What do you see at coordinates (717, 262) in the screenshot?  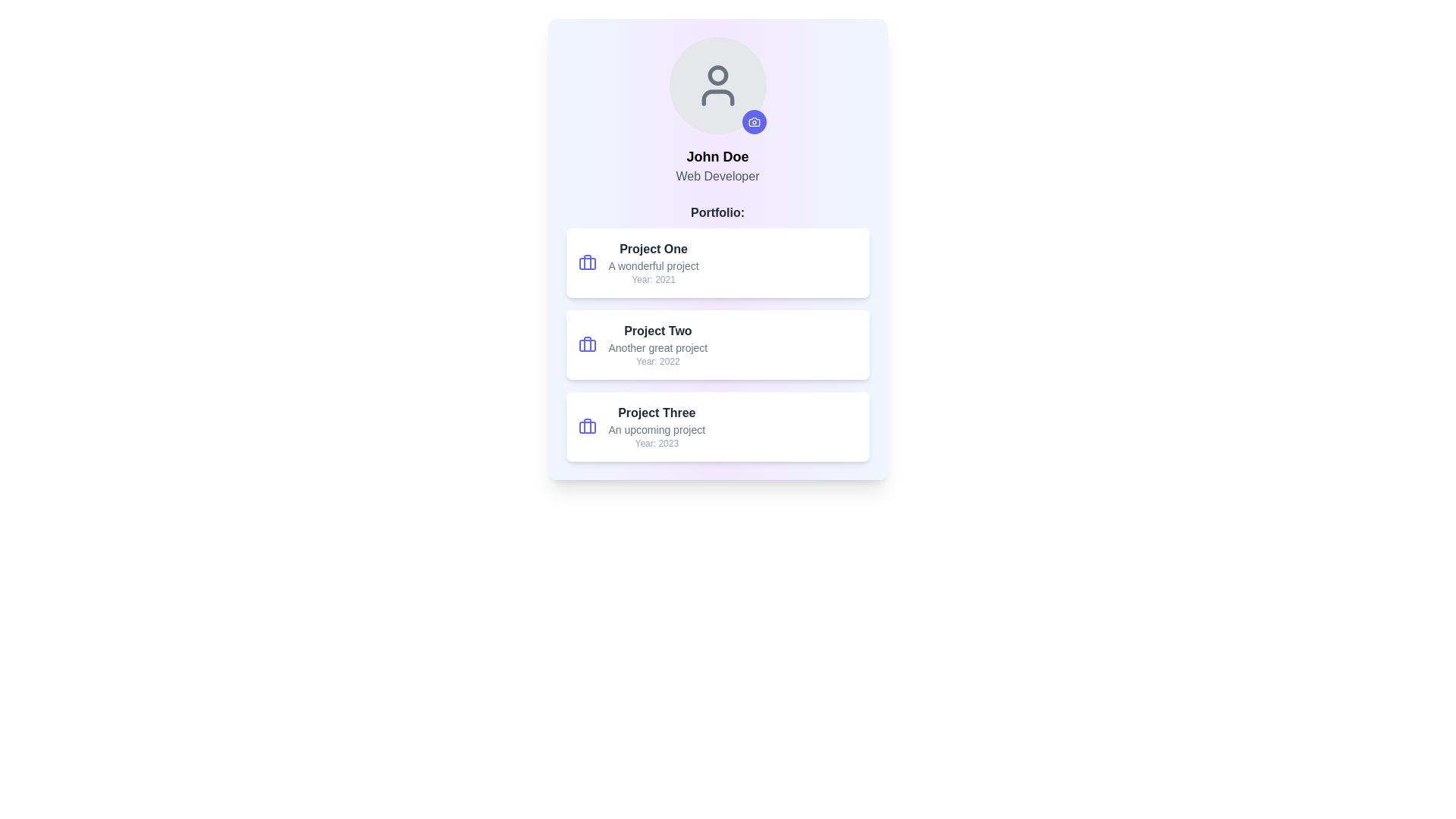 I see `the first project card component in the portfolio section, which contains the project title 'Project One', description 'A wonderful project', and the year '2021'` at bounding box center [717, 262].